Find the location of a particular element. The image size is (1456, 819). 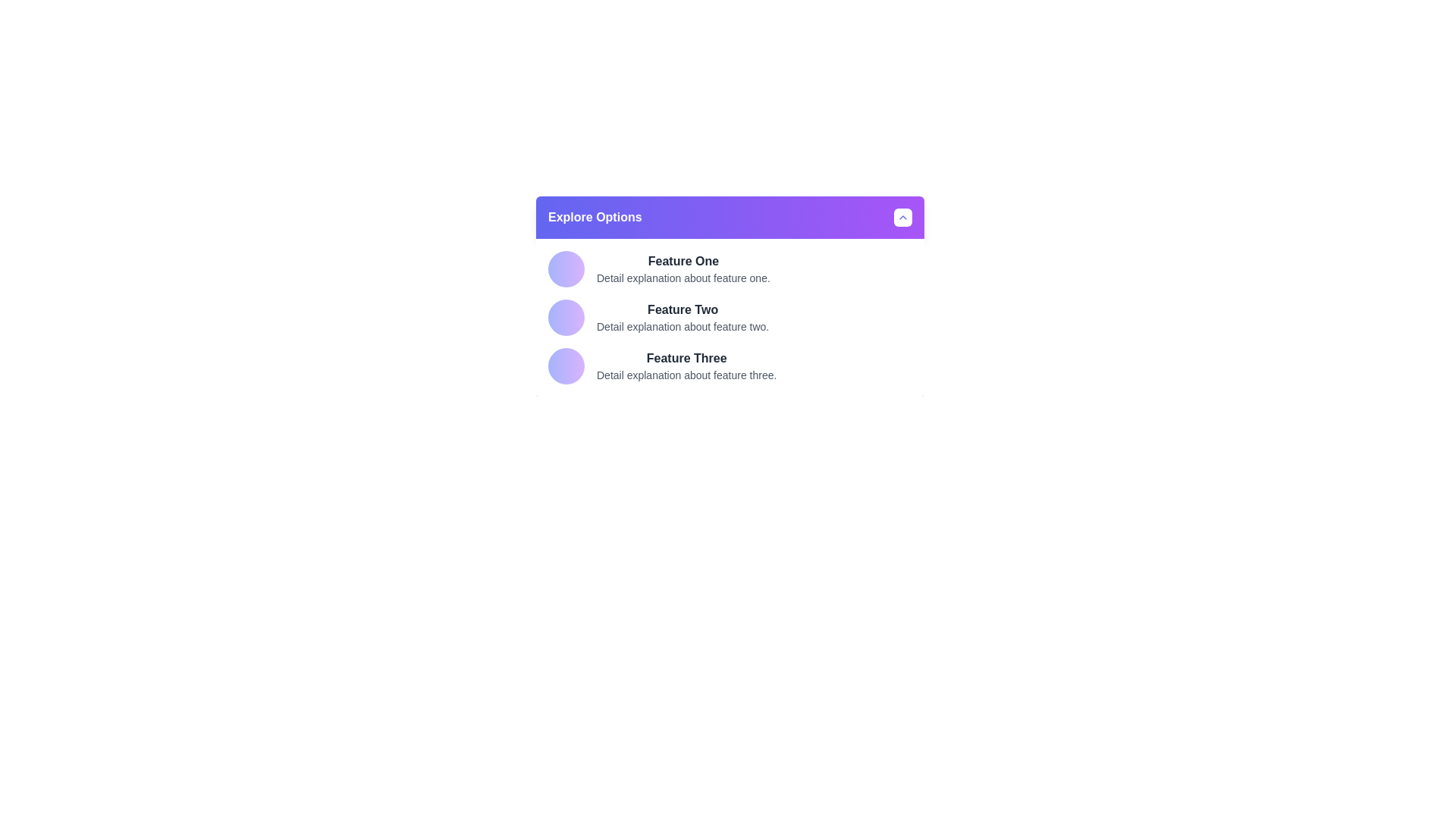

the small upward arrow button in the top-right corner of the 'Explore Options' header is located at coordinates (902, 217).